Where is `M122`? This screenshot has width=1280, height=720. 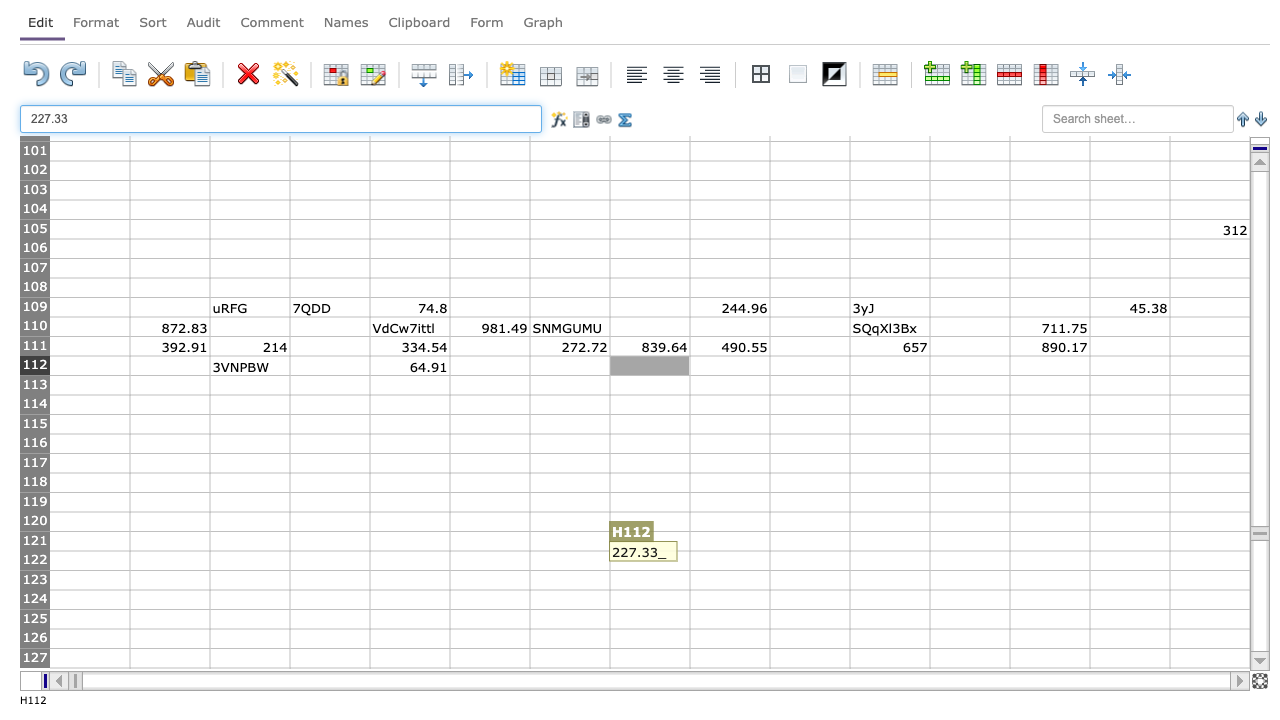 M122 is located at coordinates (1048, 560).